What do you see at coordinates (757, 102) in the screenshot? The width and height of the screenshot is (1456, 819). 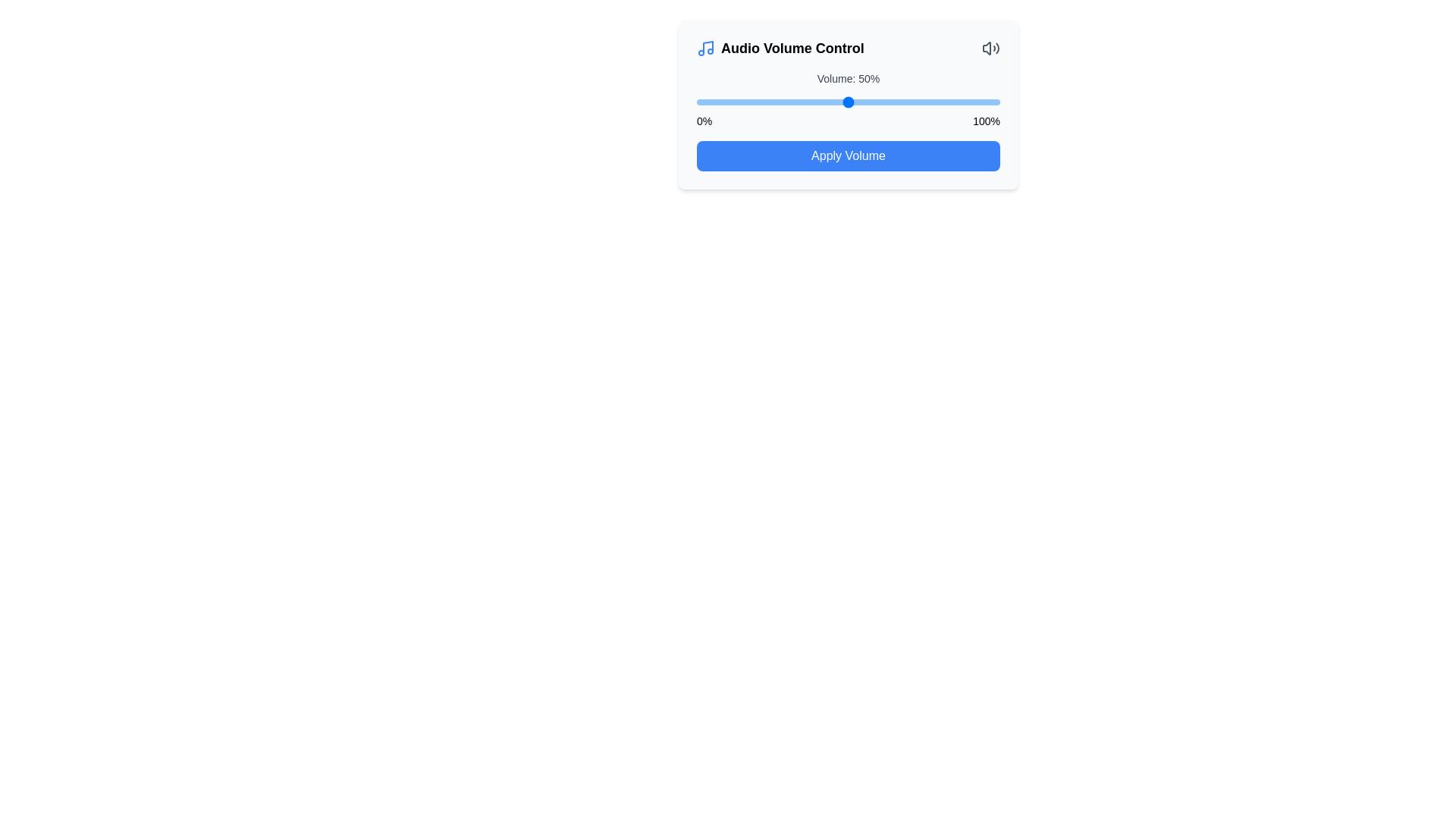 I see `the volume` at bounding box center [757, 102].